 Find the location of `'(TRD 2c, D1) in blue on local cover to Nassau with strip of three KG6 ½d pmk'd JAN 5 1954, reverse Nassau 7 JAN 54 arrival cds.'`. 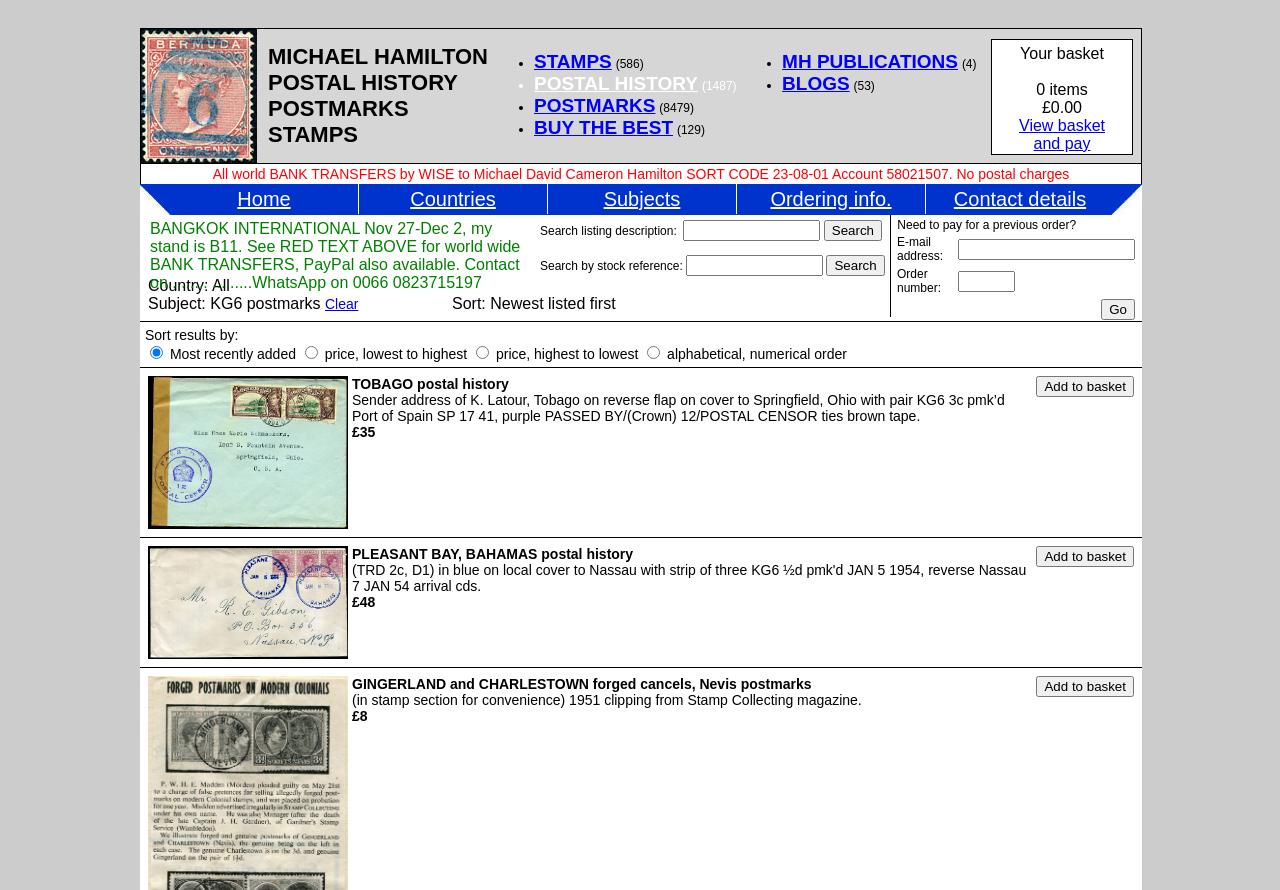

'(TRD 2c, D1) in blue on local cover to Nassau with strip of three KG6 ½d pmk'd JAN 5 1954, reverse Nassau 7 JAN 54 arrival cds.' is located at coordinates (689, 576).